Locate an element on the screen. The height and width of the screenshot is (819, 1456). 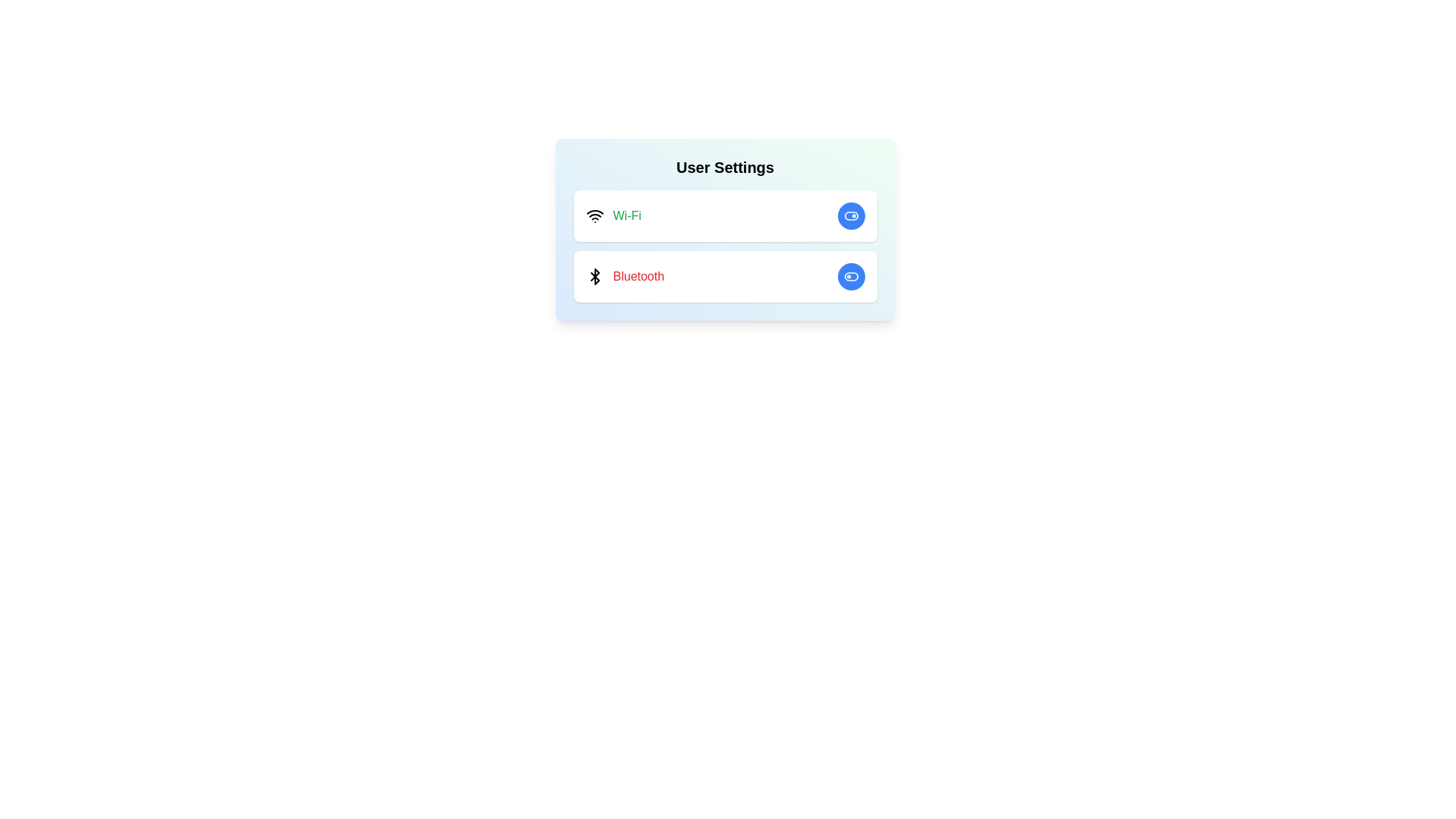
the Bluetooth toggle button to change its state is located at coordinates (851, 277).